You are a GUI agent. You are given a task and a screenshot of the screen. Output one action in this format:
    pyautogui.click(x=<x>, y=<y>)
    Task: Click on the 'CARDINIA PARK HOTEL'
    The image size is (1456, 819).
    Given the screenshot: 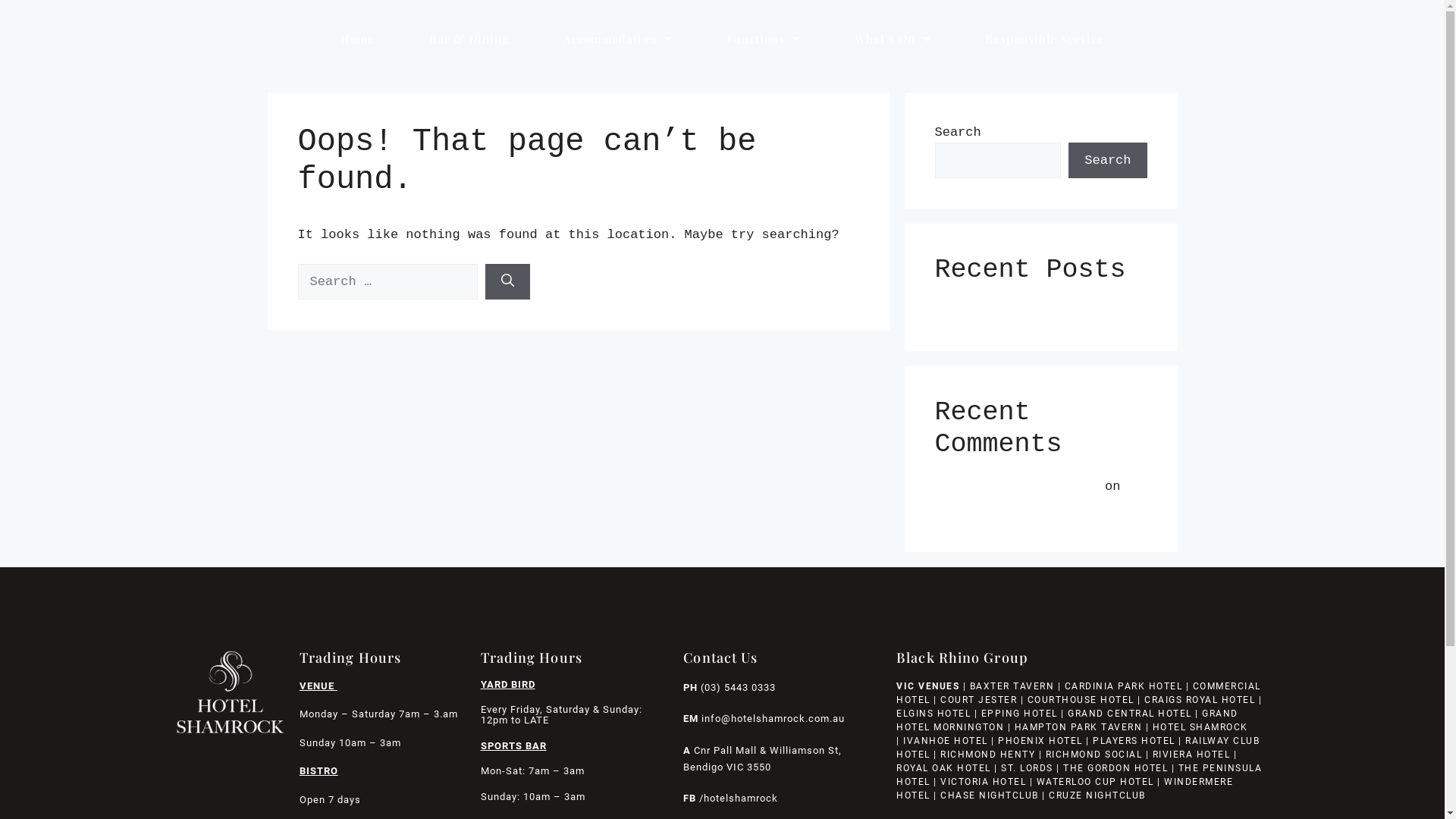 What is the action you would take?
    pyautogui.click(x=1124, y=686)
    